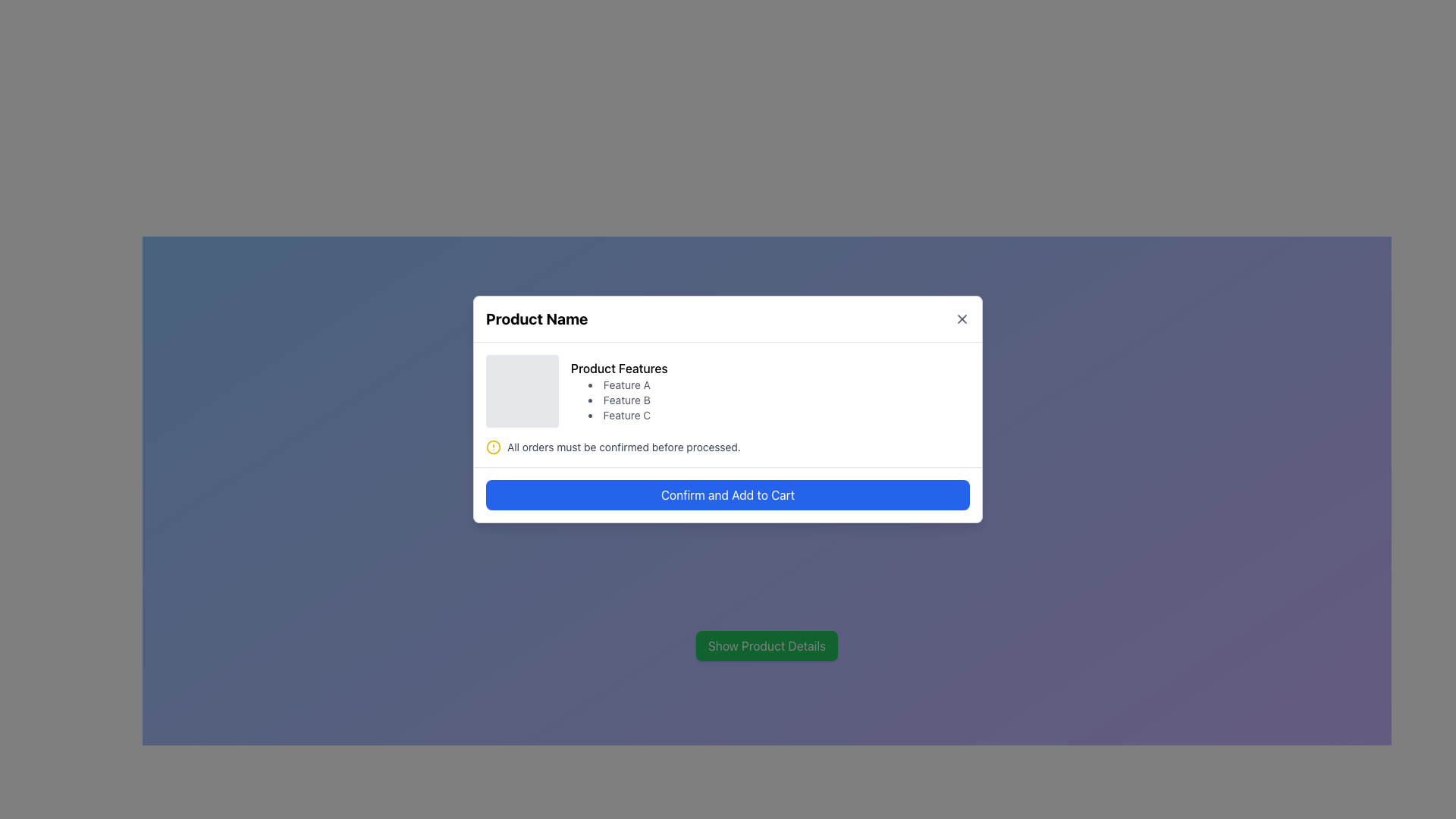 This screenshot has width=1456, height=819. What do you see at coordinates (728, 391) in the screenshot?
I see `the Information display module located inside the modal dialog below the title 'Product Name', which provides detailed information about the product` at bounding box center [728, 391].